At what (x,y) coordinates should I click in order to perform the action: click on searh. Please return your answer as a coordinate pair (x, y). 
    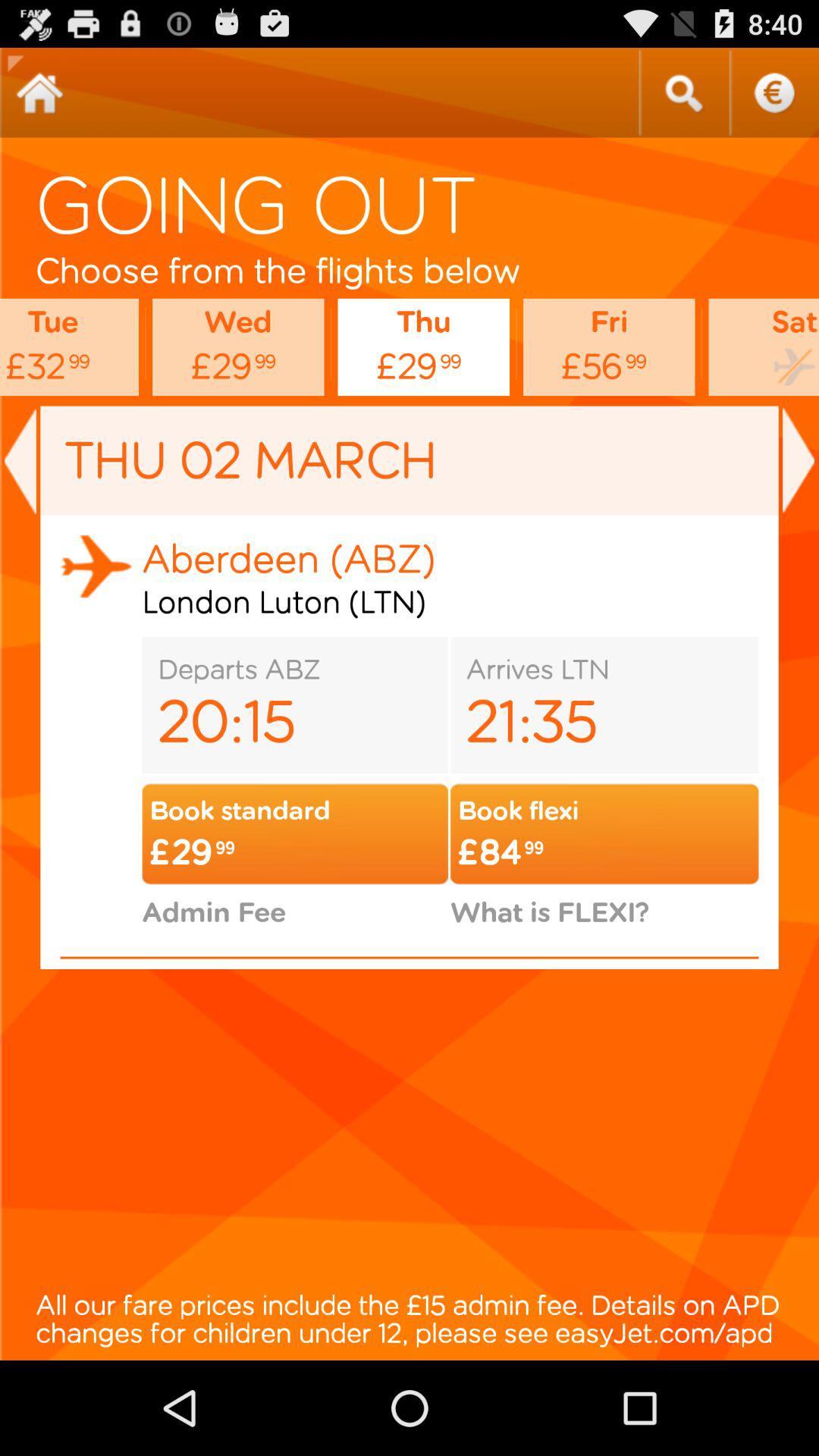
    Looking at the image, I should click on (683, 92).